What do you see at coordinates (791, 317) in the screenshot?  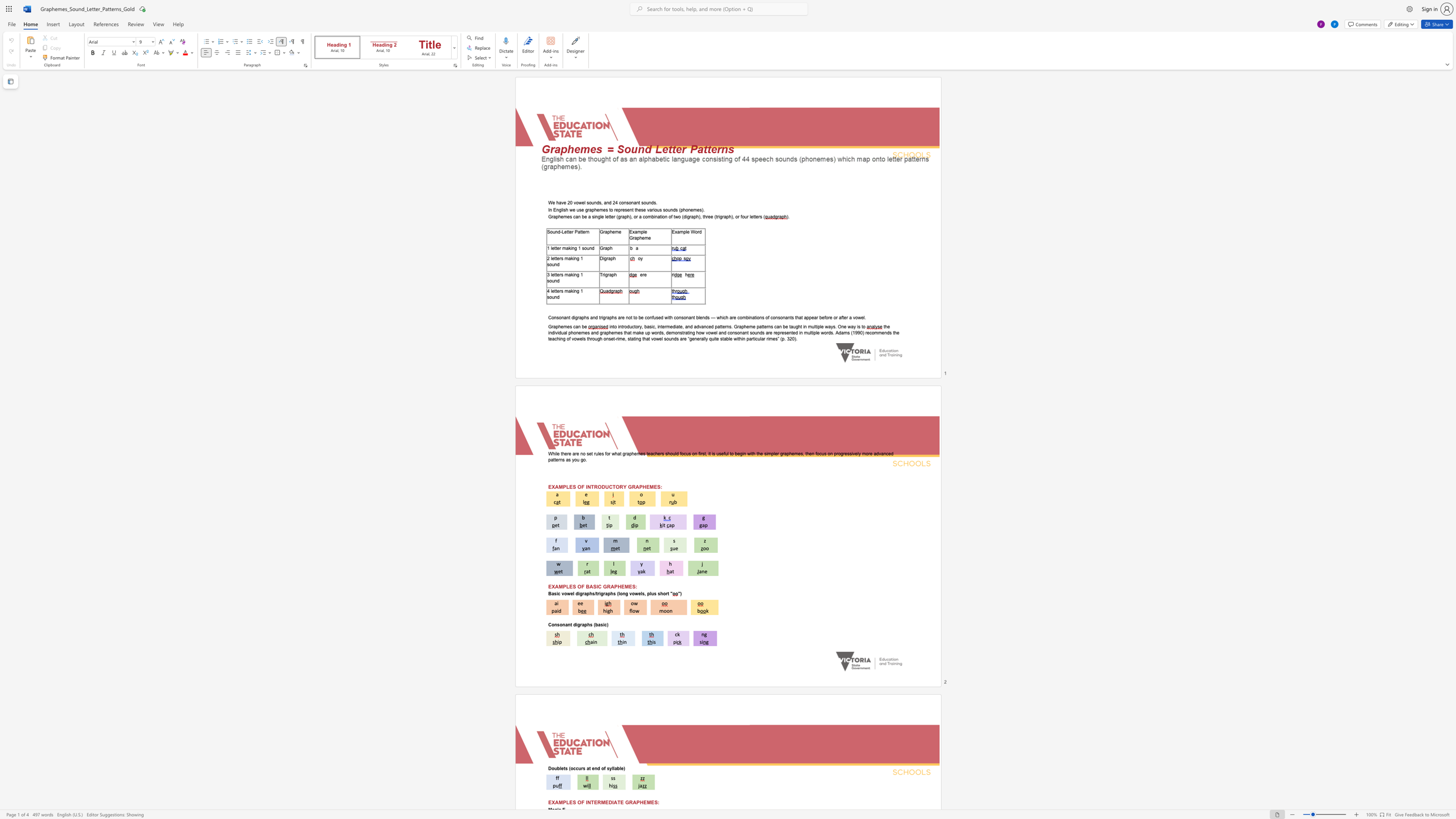 I see `the subset text "s that appear before or afte" within the text "Consonant digraphs and trigraphs are not to be confused with consonant blends — which are combinations of consonants that appear before or after a vowel"` at bounding box center [791, 317].